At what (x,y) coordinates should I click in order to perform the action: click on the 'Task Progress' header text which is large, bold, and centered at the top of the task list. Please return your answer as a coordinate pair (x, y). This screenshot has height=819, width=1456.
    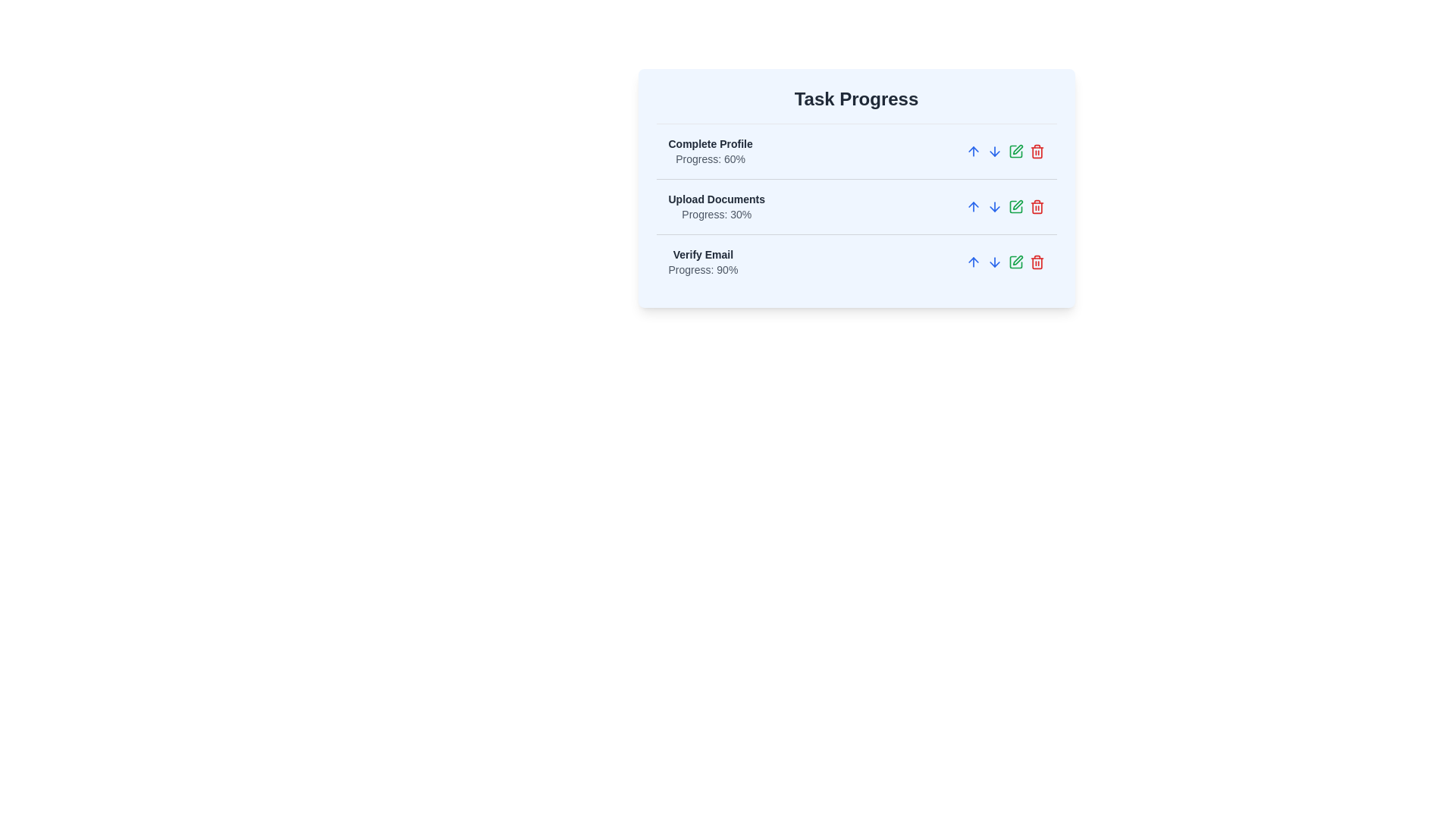
    Looking at the image, I should click on (856, 99).